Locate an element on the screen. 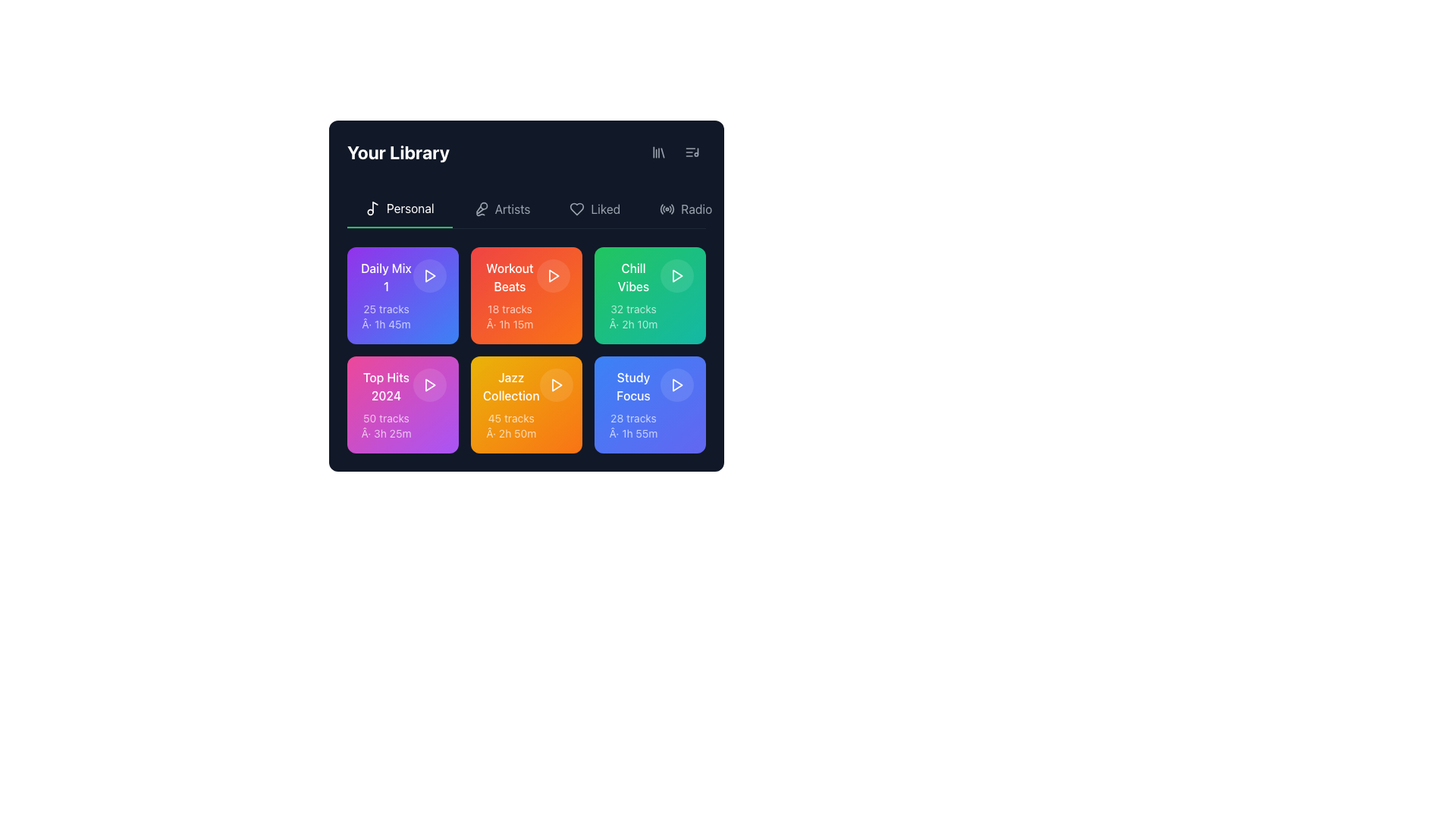 Image resolution: width=1456 pixels, height=819 pixels. the 'Jazz Collection' label, which is the title for the music collection in the second card from the left in the bottom row of the grid layout is located at coordinates (511, 385).